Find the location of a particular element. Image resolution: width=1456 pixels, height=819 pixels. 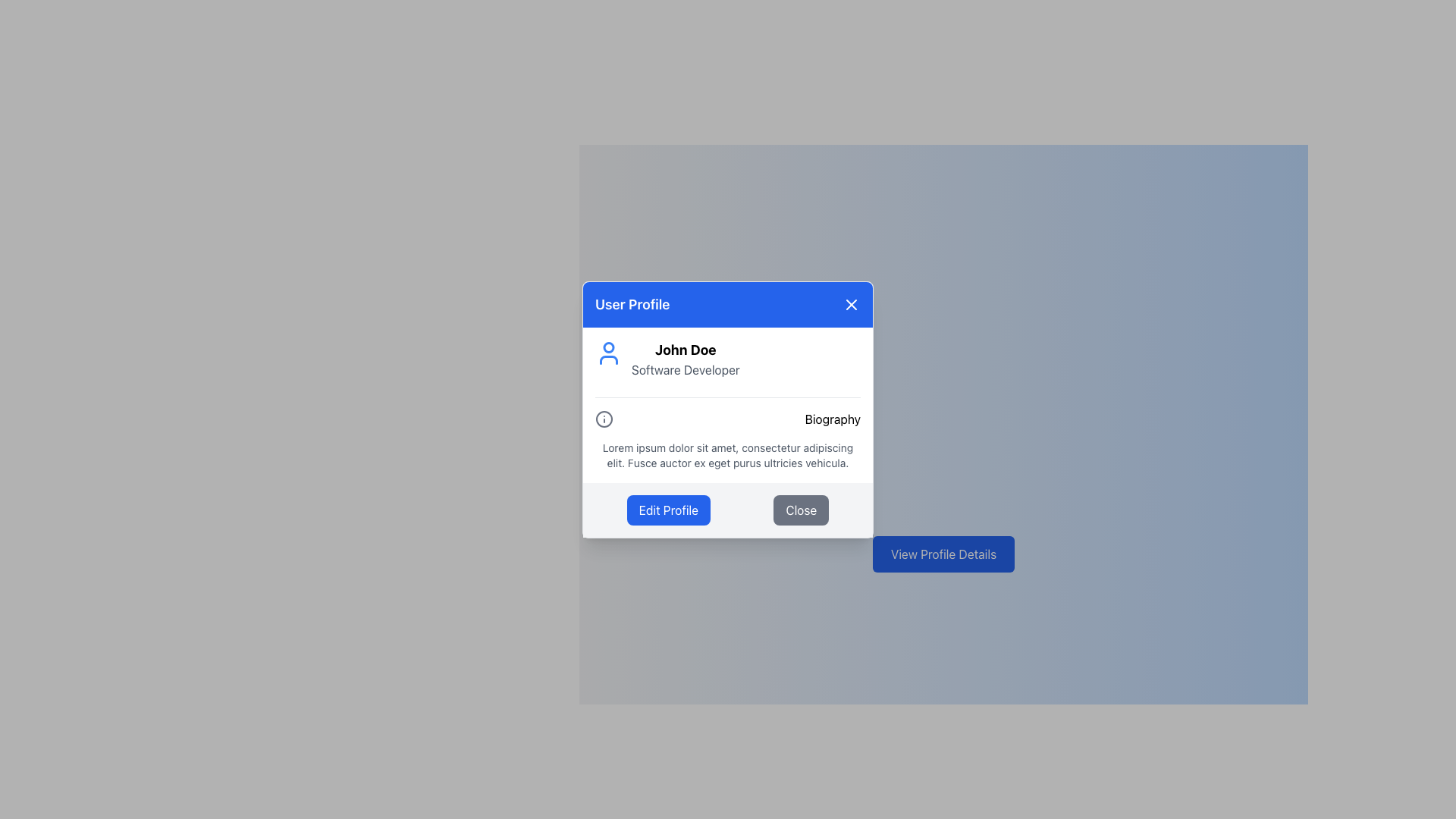

the graphical decorative element located at the upper region of the user icon, which represents the head in an avatar representation is located at coordinates (608, 347).